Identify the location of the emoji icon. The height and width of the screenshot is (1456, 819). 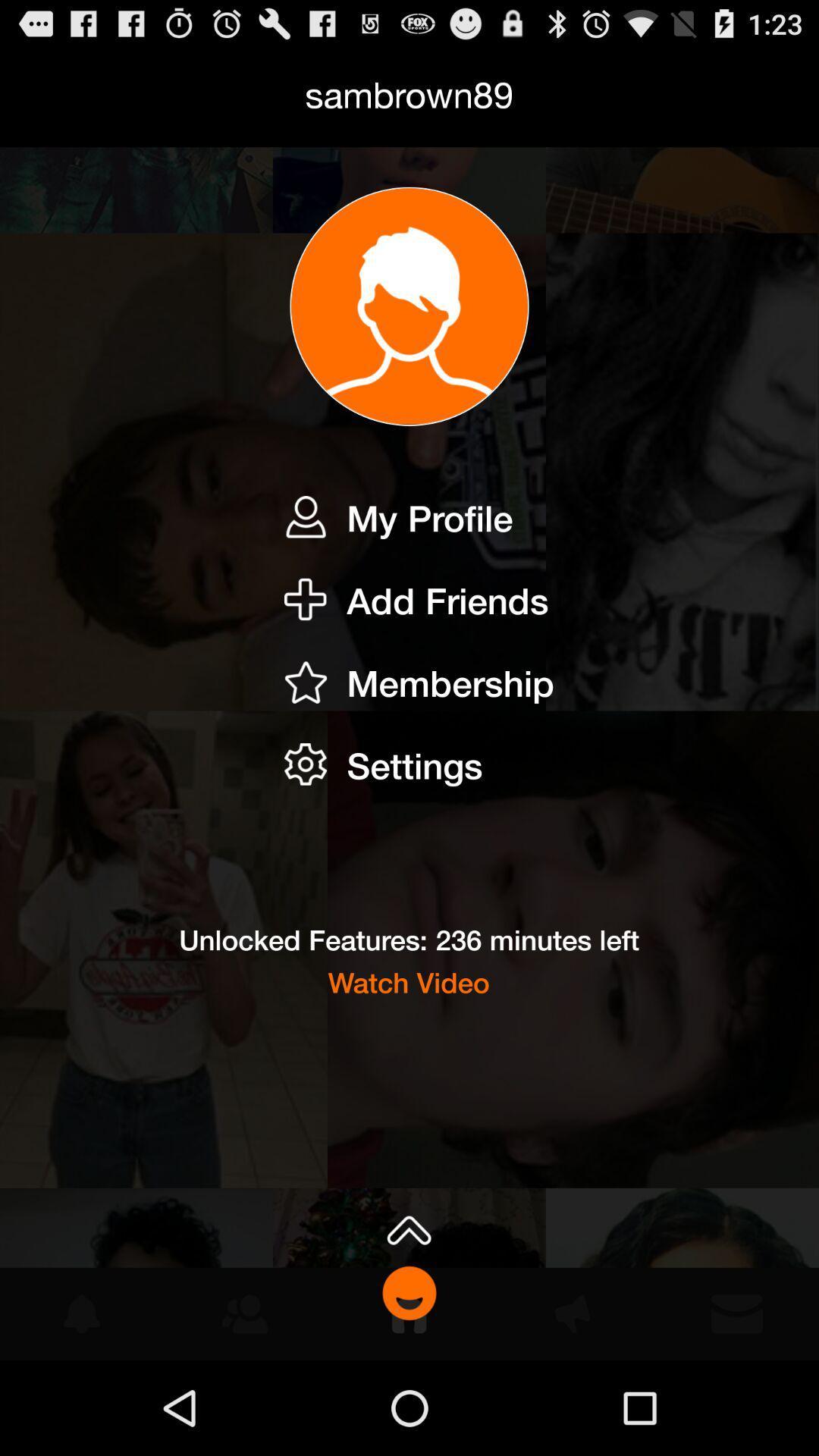
(409, 1384).